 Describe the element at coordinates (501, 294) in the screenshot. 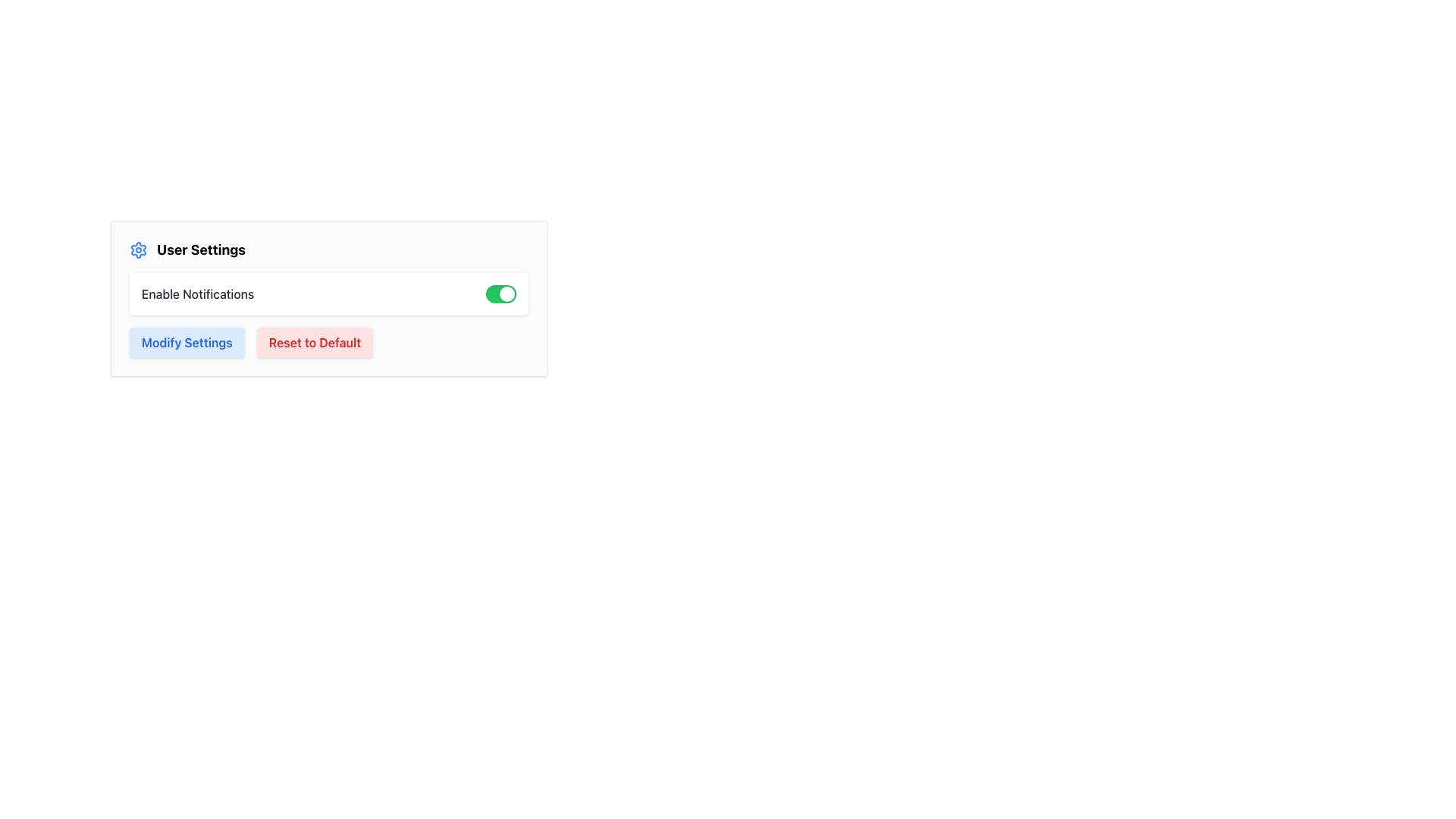

I see `the toggle switch located on the right side of the 'Enable Notifications' text` at that location.